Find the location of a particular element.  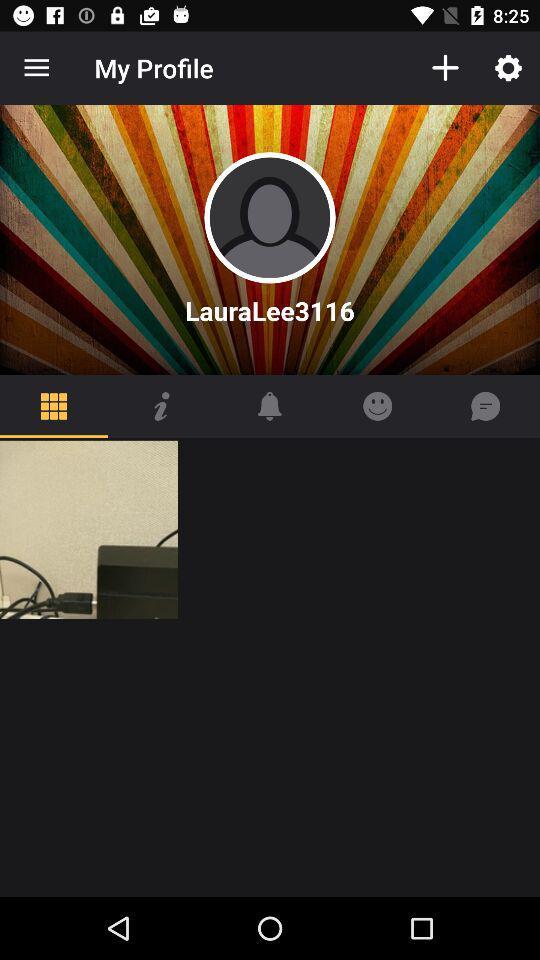

item next to the my profile icon is located at coordinates (36, 68).